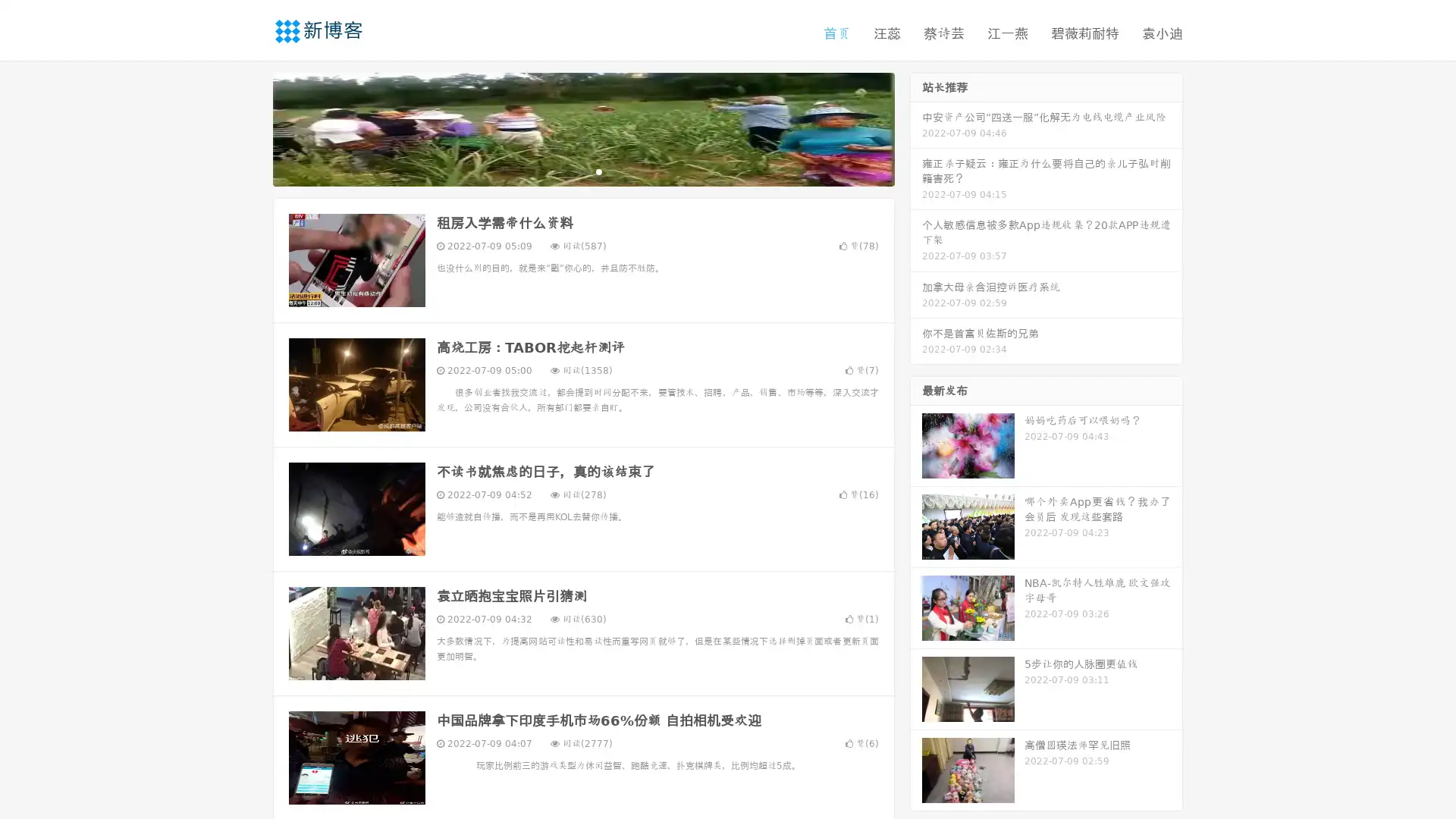 The width and height of the screenshot is (1456, 819). Describe the element at coordinates (250, 127) in the screenshot. I see `Previous slide` at that location.